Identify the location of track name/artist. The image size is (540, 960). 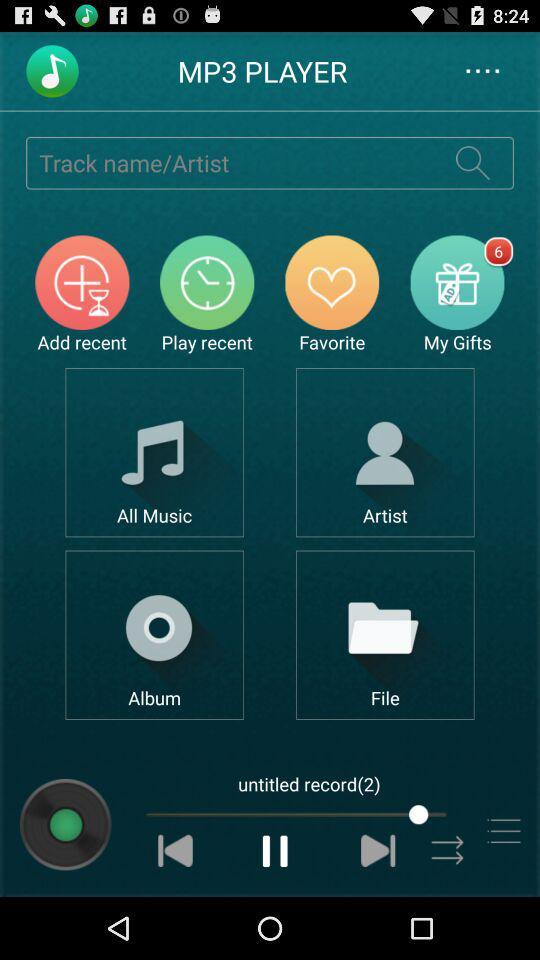
(228, 161).